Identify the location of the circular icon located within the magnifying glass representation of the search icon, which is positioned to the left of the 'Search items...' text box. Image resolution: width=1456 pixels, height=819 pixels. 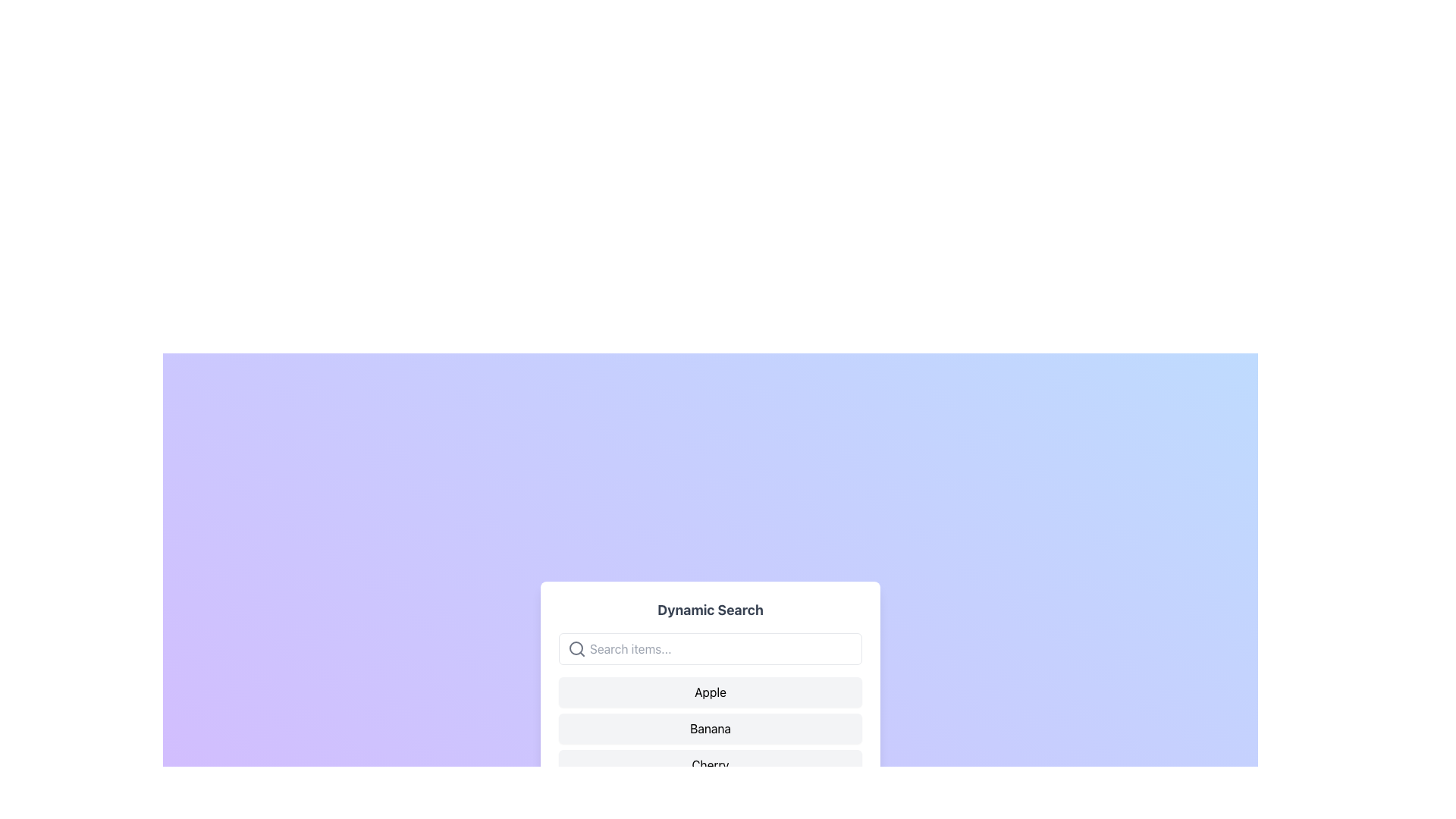
(575, 648).